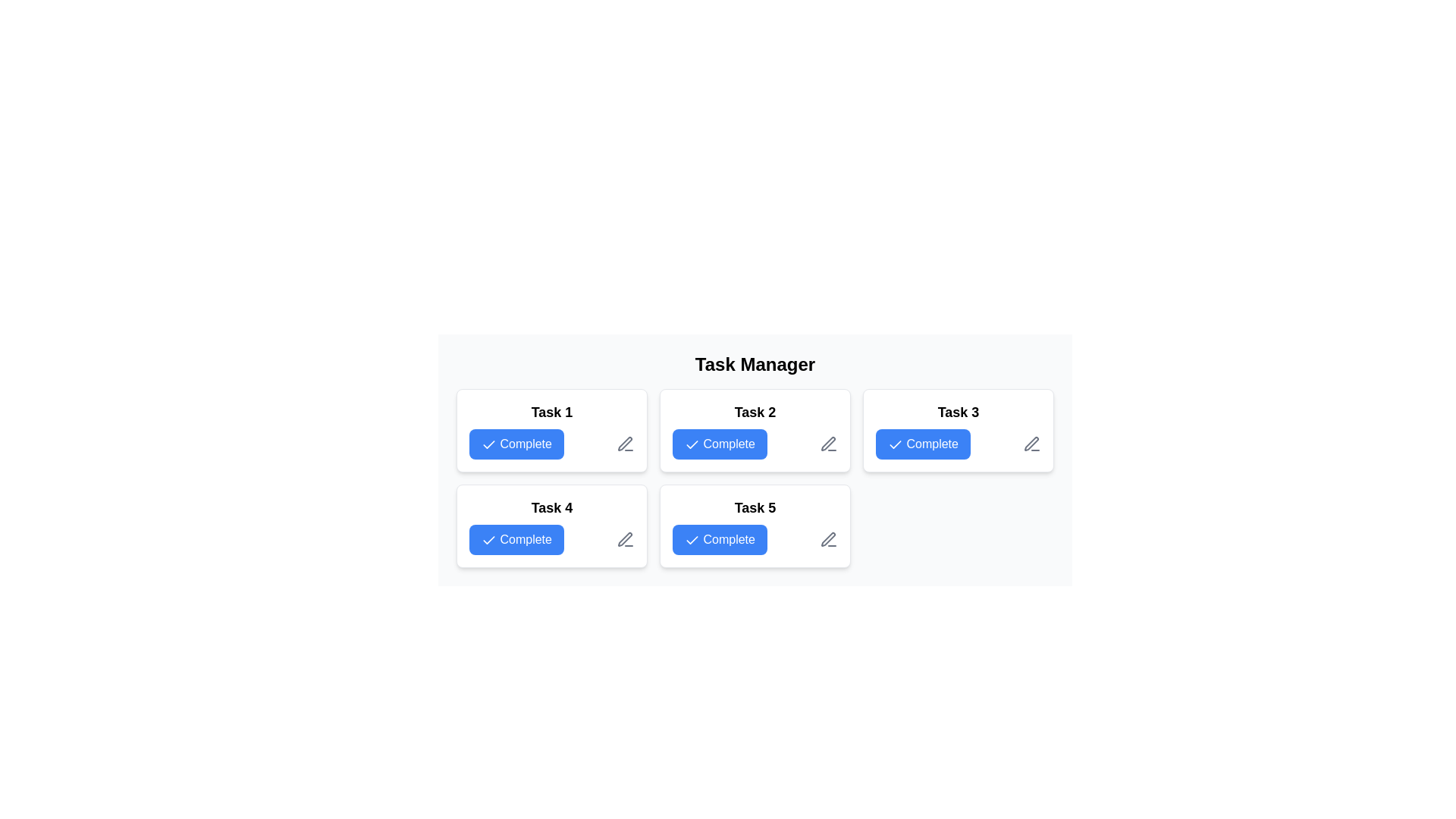 This screenshot has height=819, width=1456. I want to click on the blue 'Complete' button with a checkmark icon located in the fifth card under 'Task Manager' to mark the task as complete, so click(719, 539).